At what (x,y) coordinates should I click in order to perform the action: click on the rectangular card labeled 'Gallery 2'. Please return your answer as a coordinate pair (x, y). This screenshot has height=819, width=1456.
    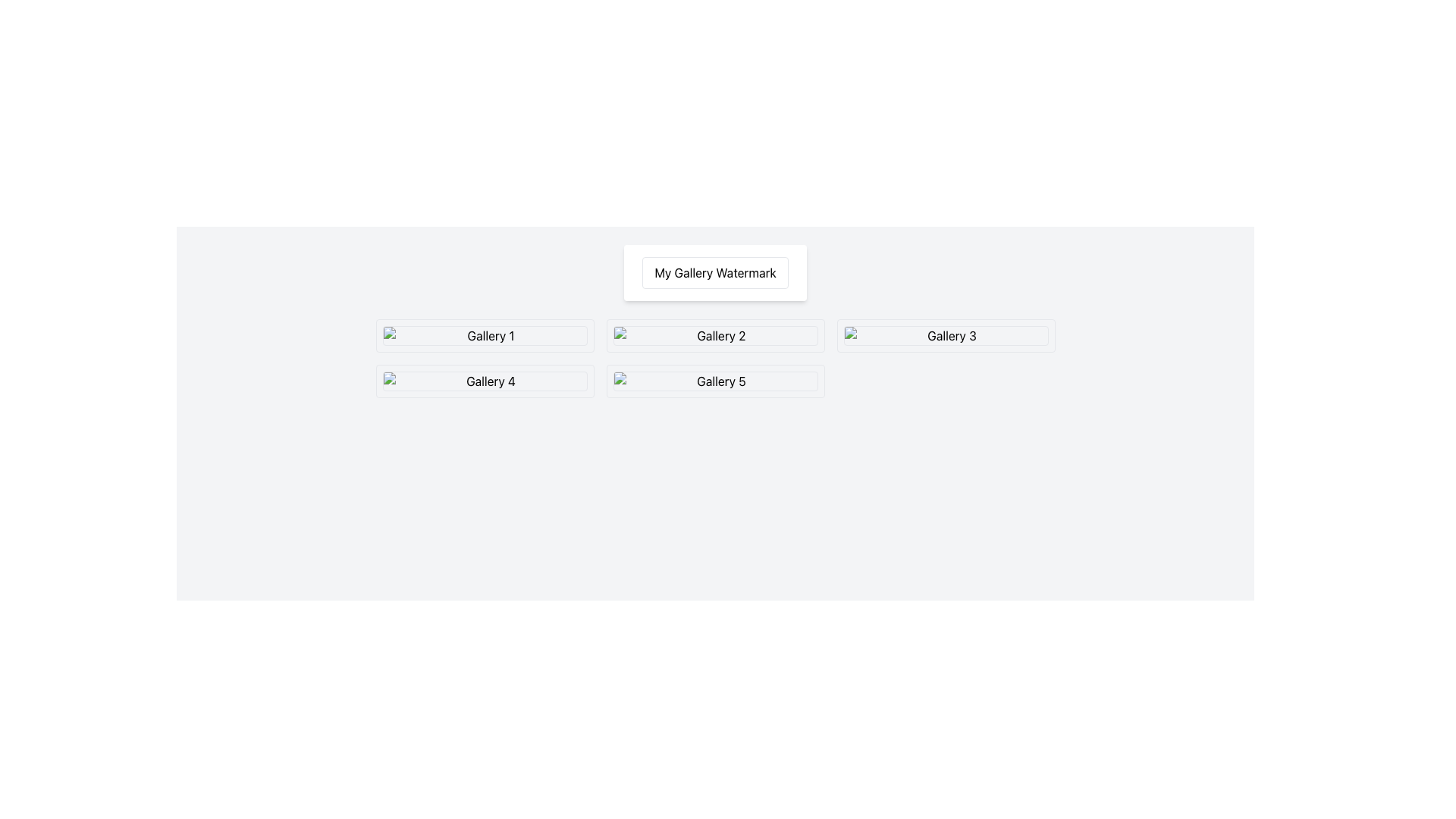
    Looking at the image, I should click on (714, 335).